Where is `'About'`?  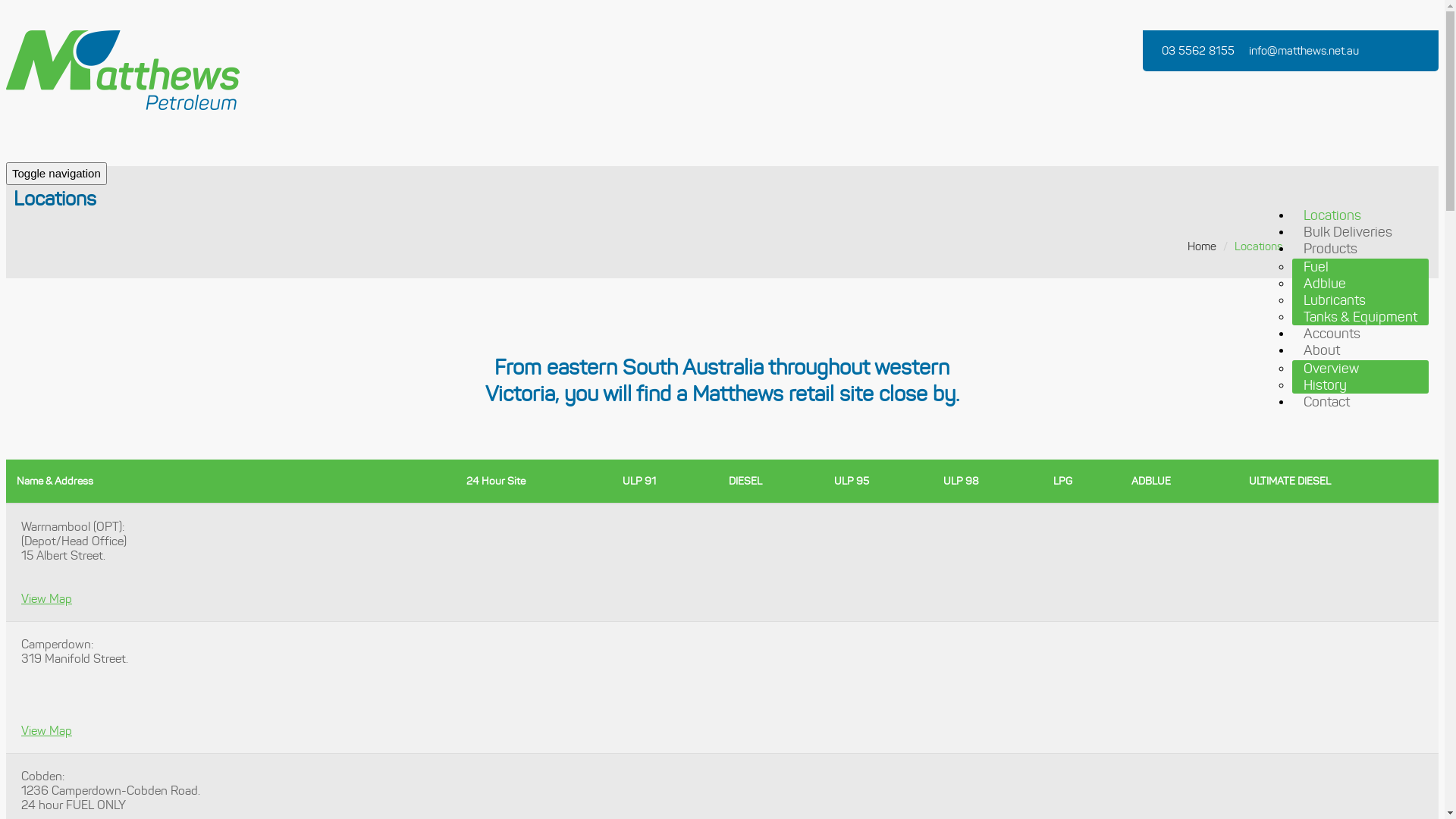 'About' is located at coordinates (1320, 350).